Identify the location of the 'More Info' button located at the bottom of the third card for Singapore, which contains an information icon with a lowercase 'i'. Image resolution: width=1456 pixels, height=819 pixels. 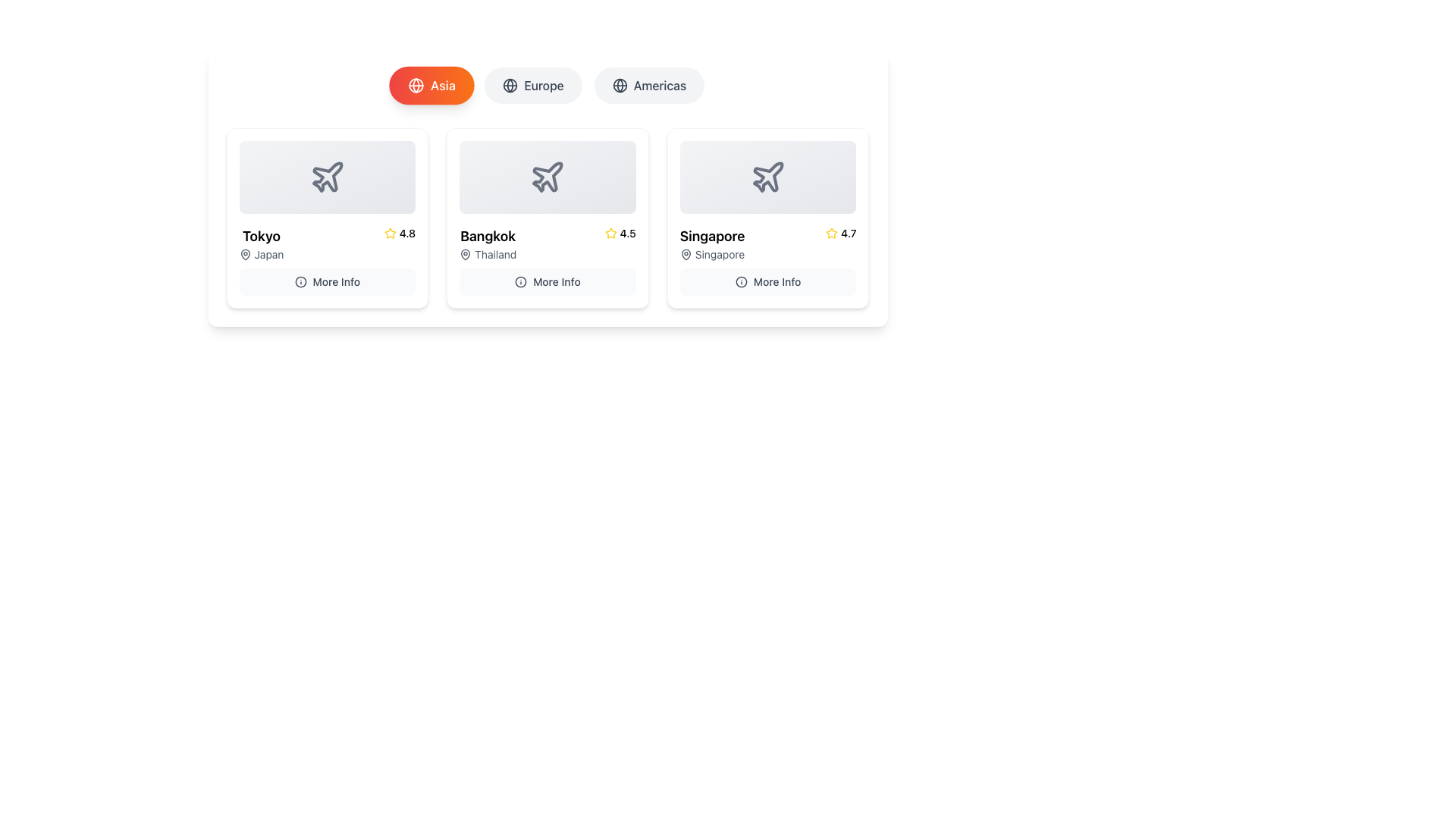
(741, 281).